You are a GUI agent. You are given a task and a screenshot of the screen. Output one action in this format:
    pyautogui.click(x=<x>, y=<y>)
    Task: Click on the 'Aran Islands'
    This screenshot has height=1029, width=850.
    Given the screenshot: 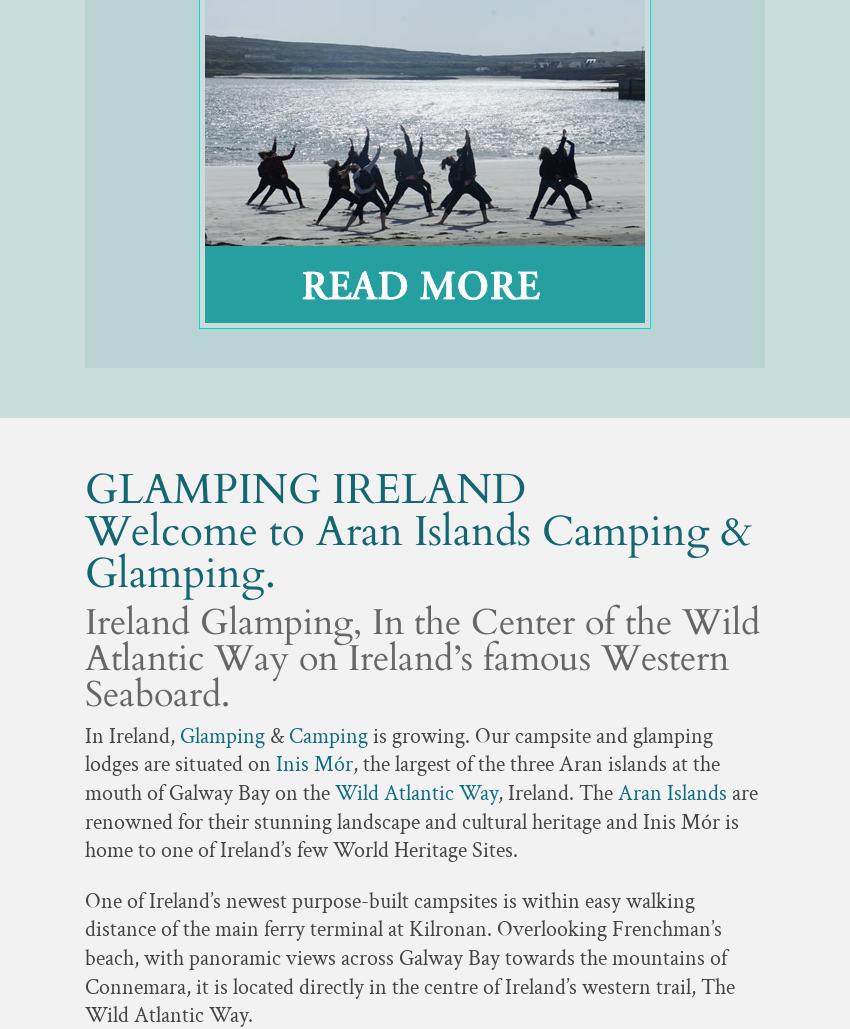 What is the action you would take?
    pyautogui.click(x=674, y=792)
    